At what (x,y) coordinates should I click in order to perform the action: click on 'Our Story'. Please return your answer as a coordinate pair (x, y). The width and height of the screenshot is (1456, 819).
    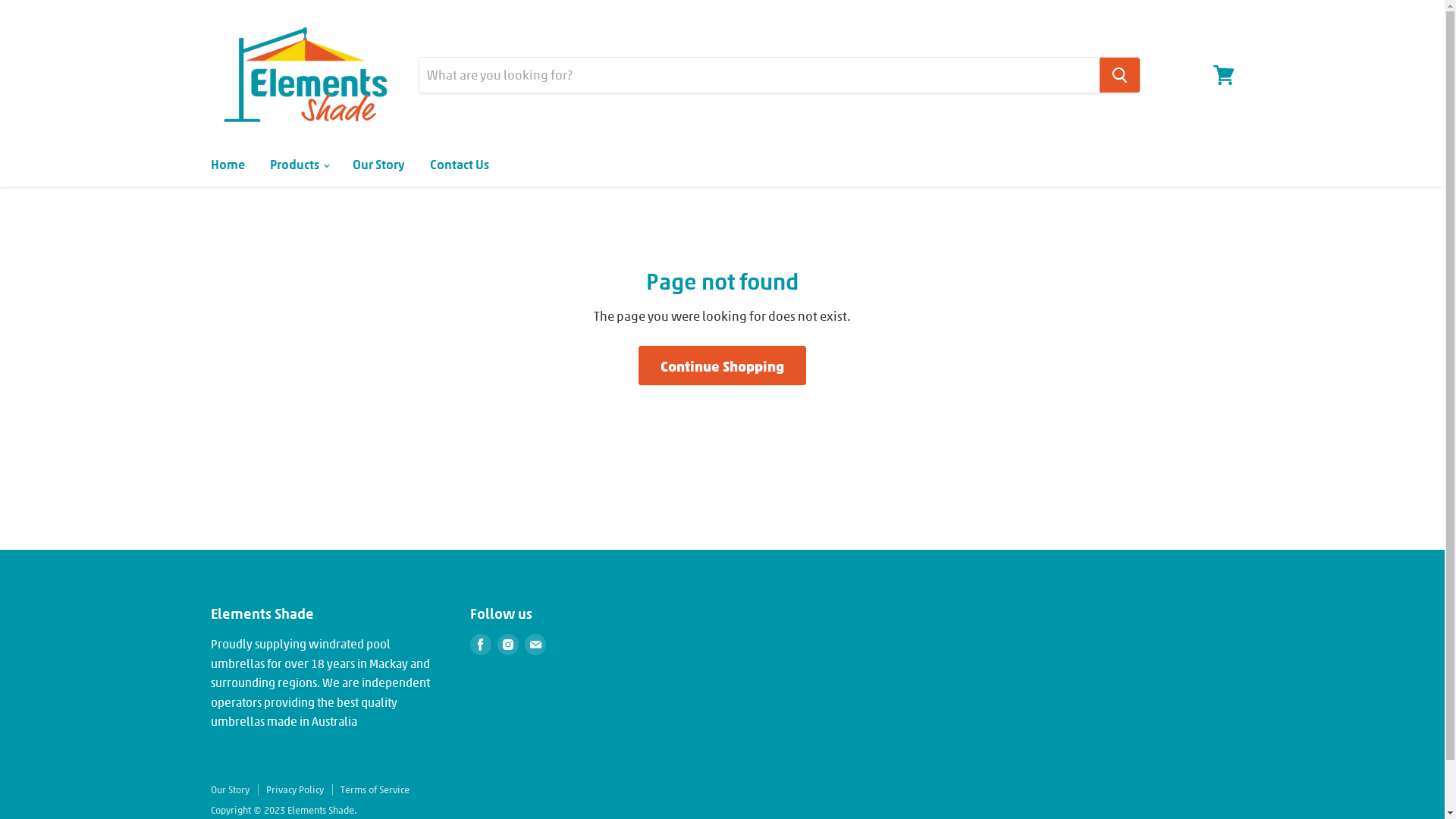
    Looking at the image, I should click on (340, 164).